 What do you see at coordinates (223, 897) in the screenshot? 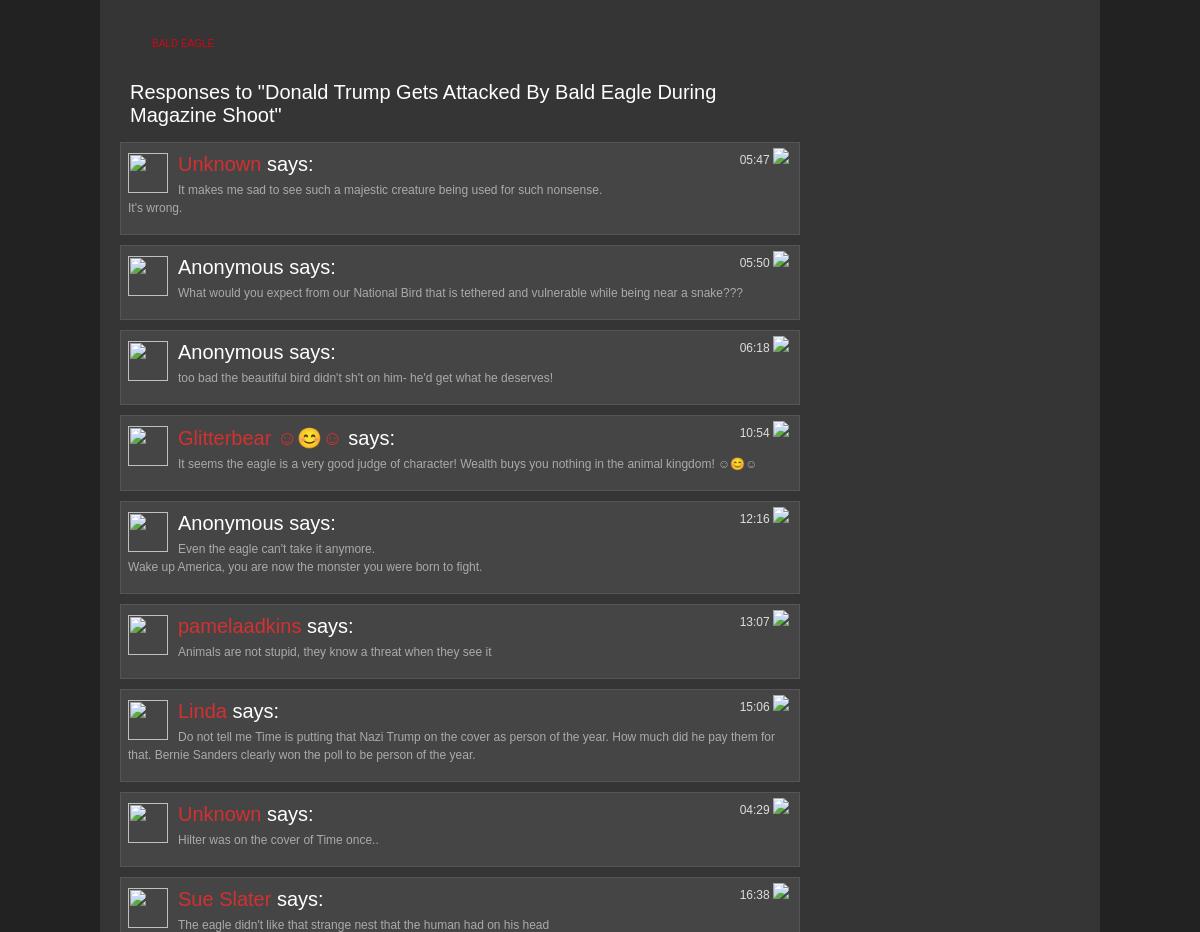
I see `'Sue Slater'` at bounding box center [223, 897].